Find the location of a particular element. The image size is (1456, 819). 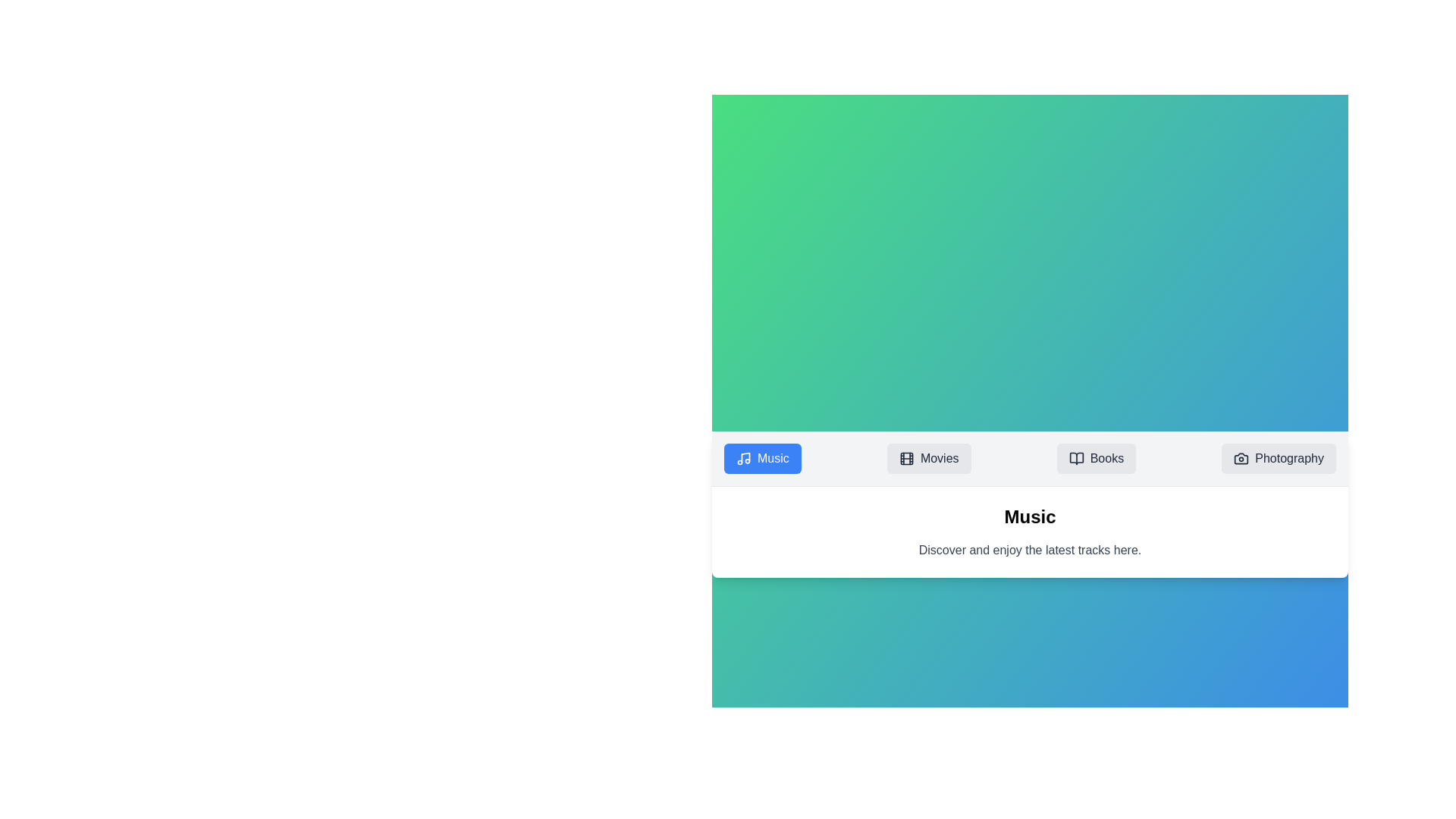

the 'Movies' button, which is a rounded rectangle with a light gray background and a film icon on the left is located at coordinates (928, 457).